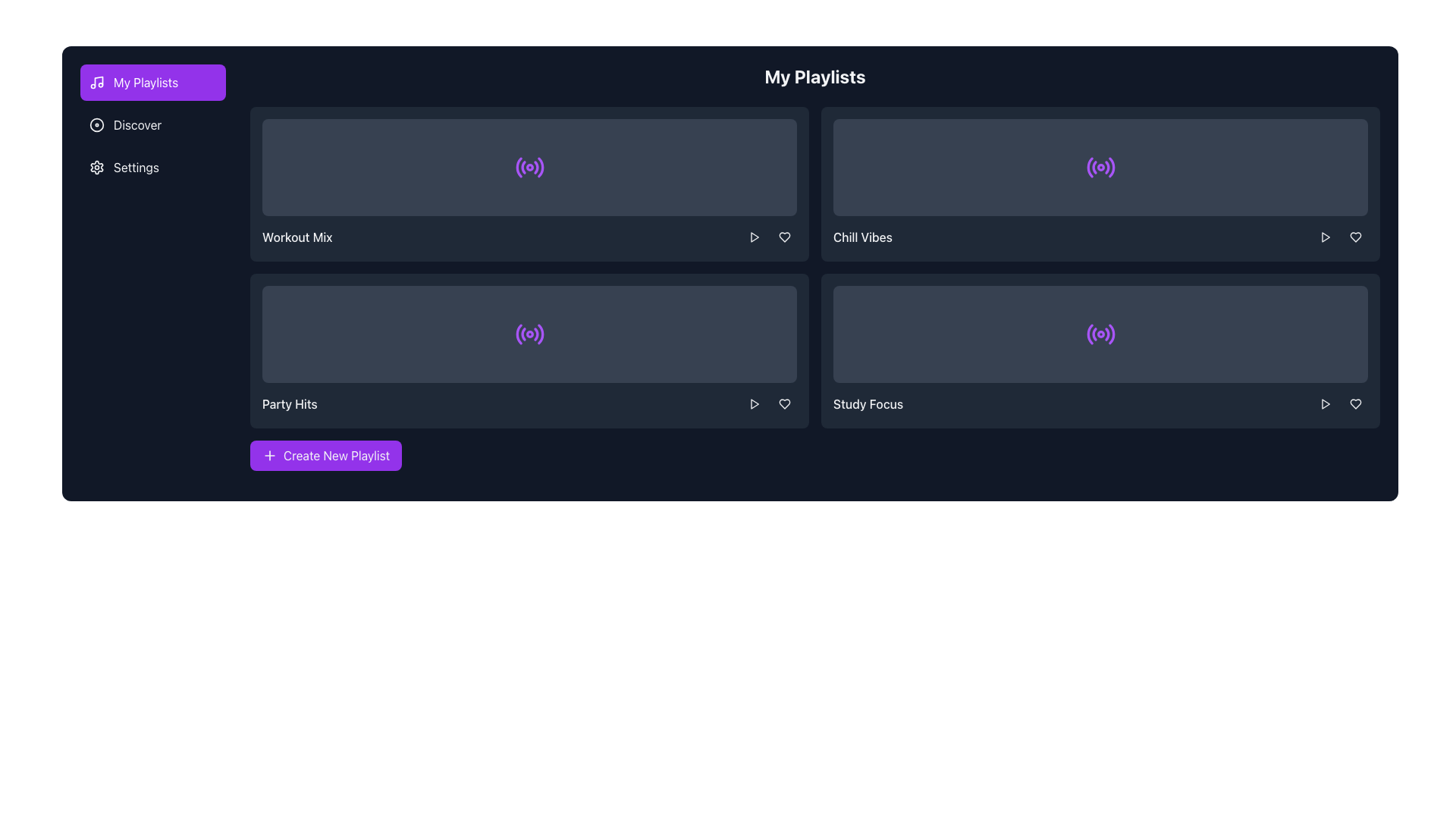 The width and height of the screenshot is (1456, 819). What do you see at coordinates (523, 333) in the screenshot?
I see `the second arc component of the circular design within the navigation menu icon on the left side of the UI interface` at bounding box center [523, 333].